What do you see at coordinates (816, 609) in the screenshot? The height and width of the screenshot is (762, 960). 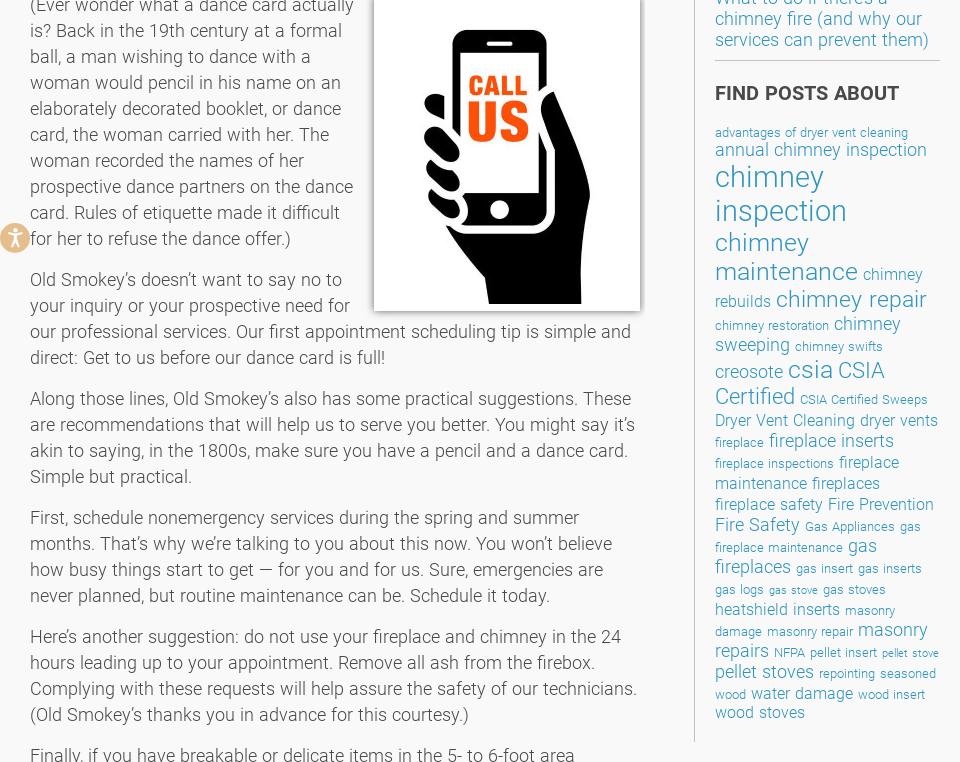 I see `'inserts'` at bounding box center [816, 609].